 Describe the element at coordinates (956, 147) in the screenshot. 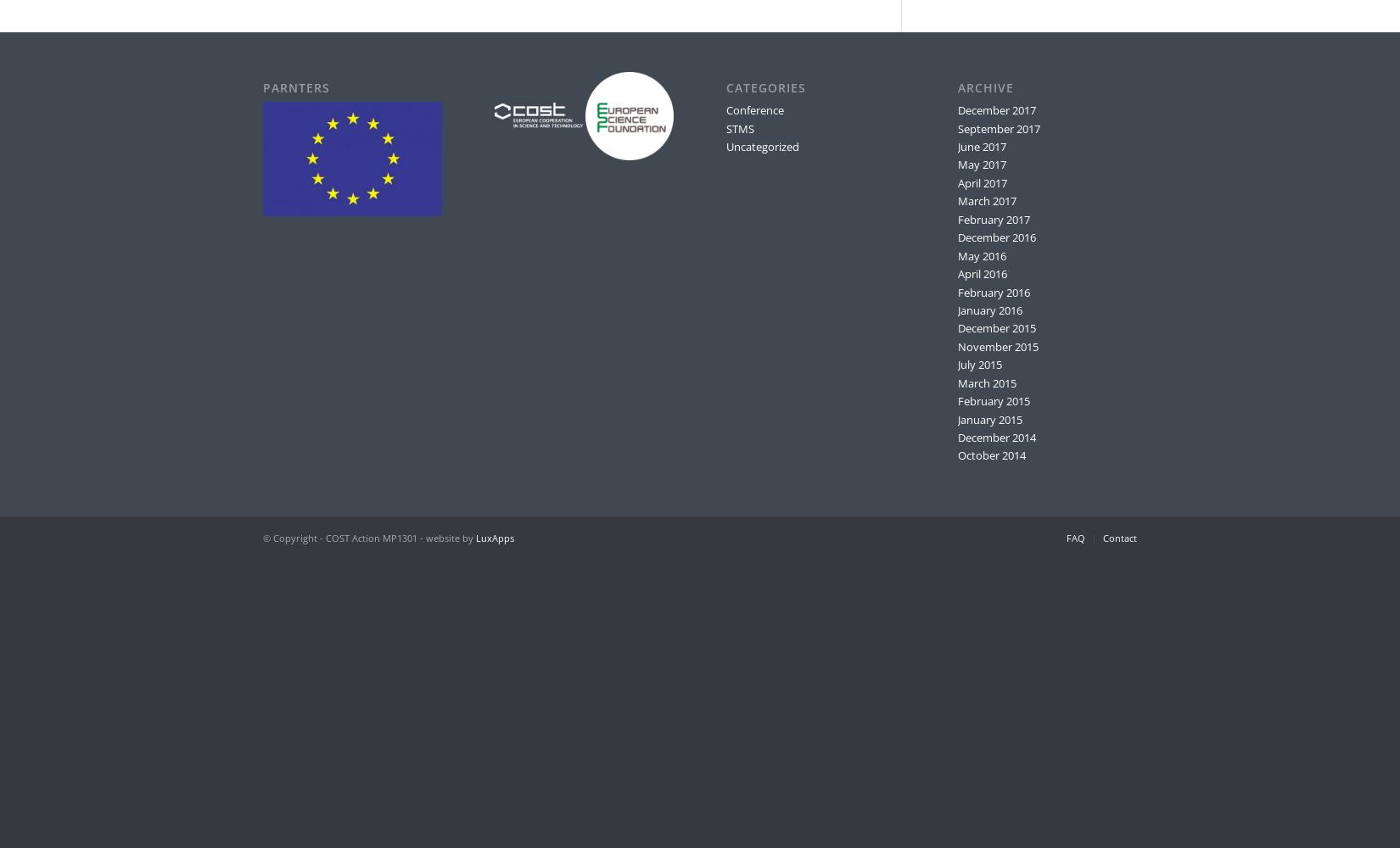

I see `'June 2017'` at that location.